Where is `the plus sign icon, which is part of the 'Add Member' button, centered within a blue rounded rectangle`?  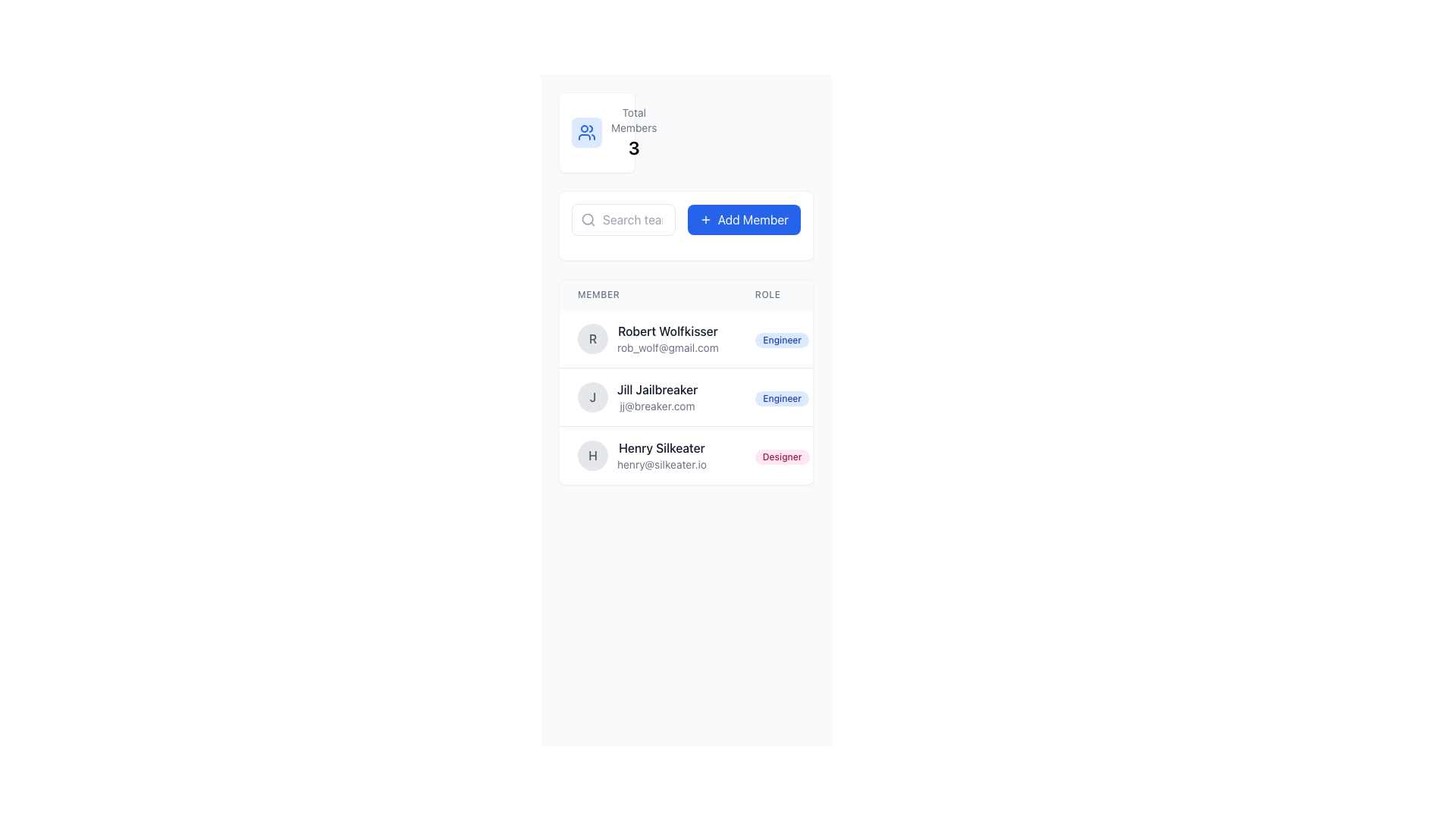 the plus sign icon, which is part of the 'Add Member' button, centered within a blue rounded rectangle is located at coordinates (704, 219).